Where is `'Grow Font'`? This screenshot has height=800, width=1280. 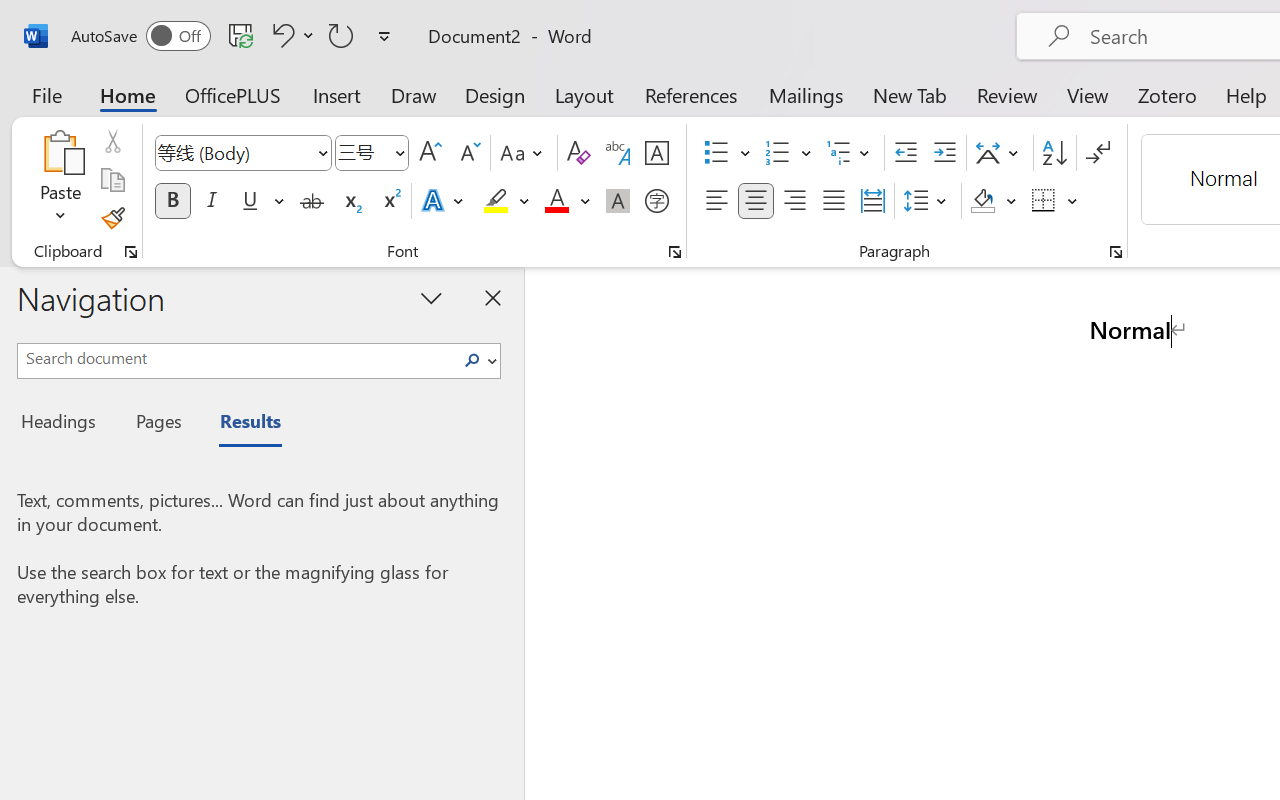 'Grow Font' is located at coordinates (429, 153).